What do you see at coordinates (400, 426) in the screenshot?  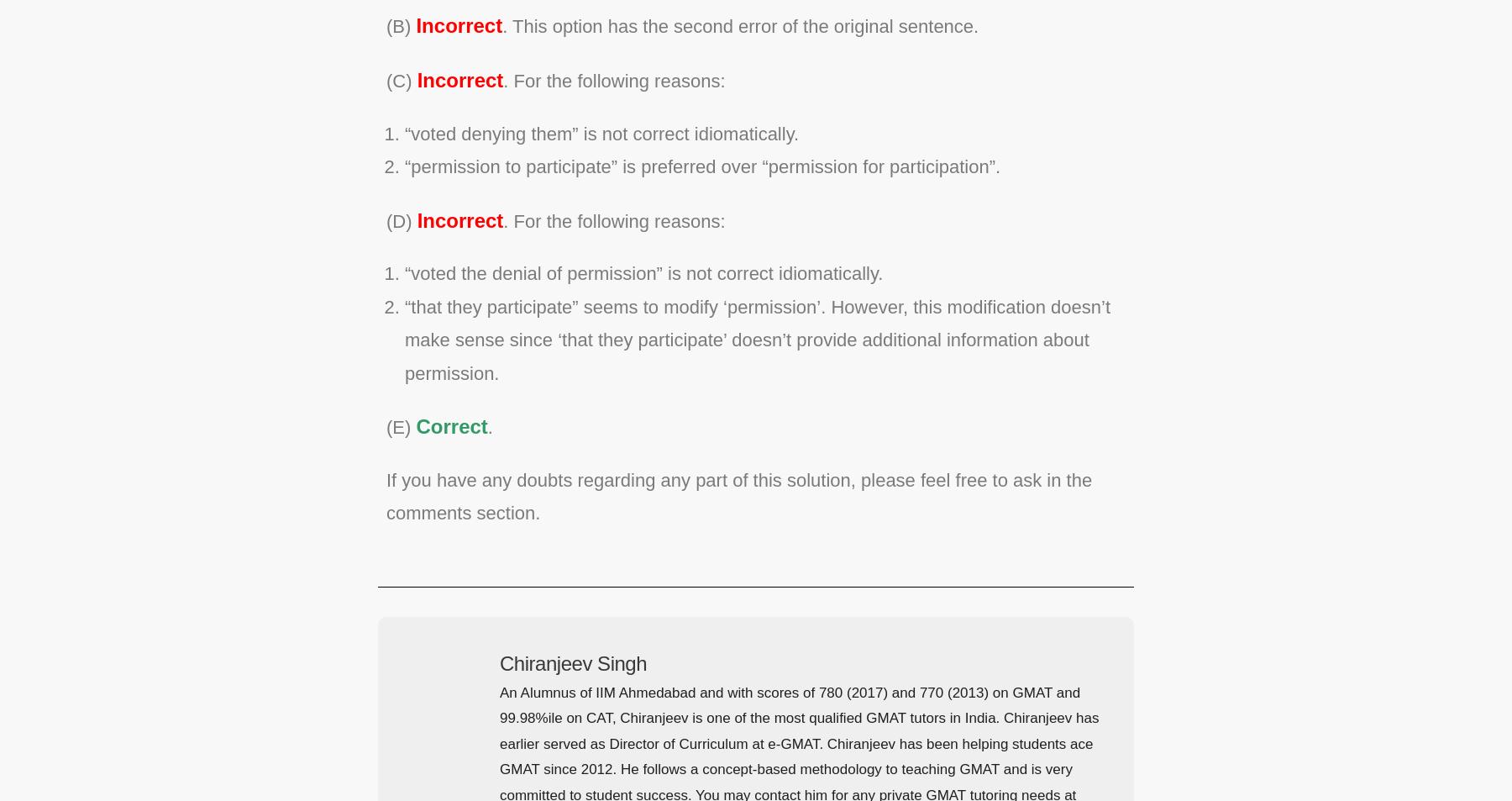 I see `'(E)'` at bounding box center [400, 426].